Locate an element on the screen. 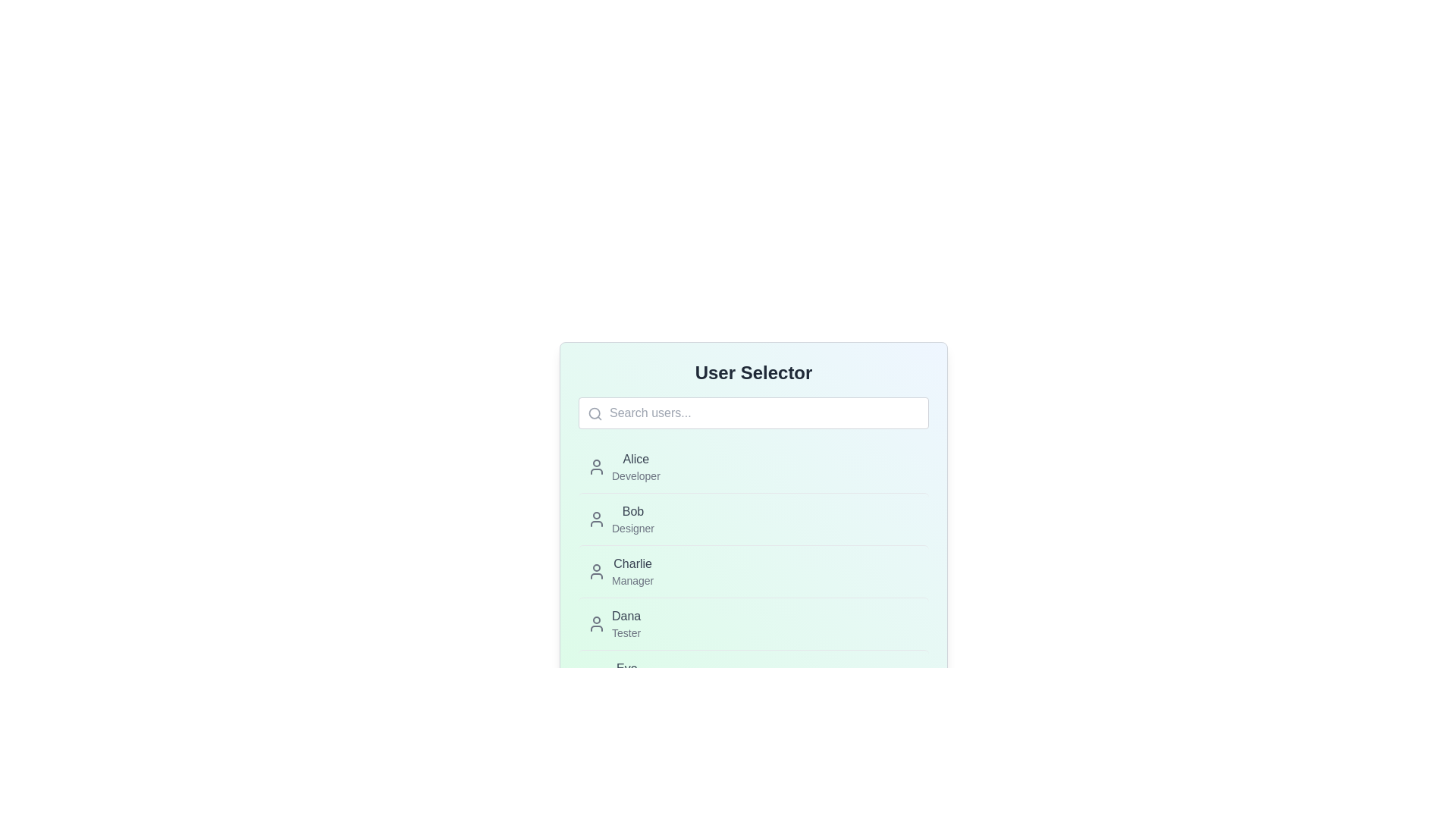 The height and width of the screenshot is (819, 1456). the user icon resembling a person, which is a gray outline positioned to the left of the text 'Alice' and 'Developer' in the user selection interface is located at coordinates (596, 466).